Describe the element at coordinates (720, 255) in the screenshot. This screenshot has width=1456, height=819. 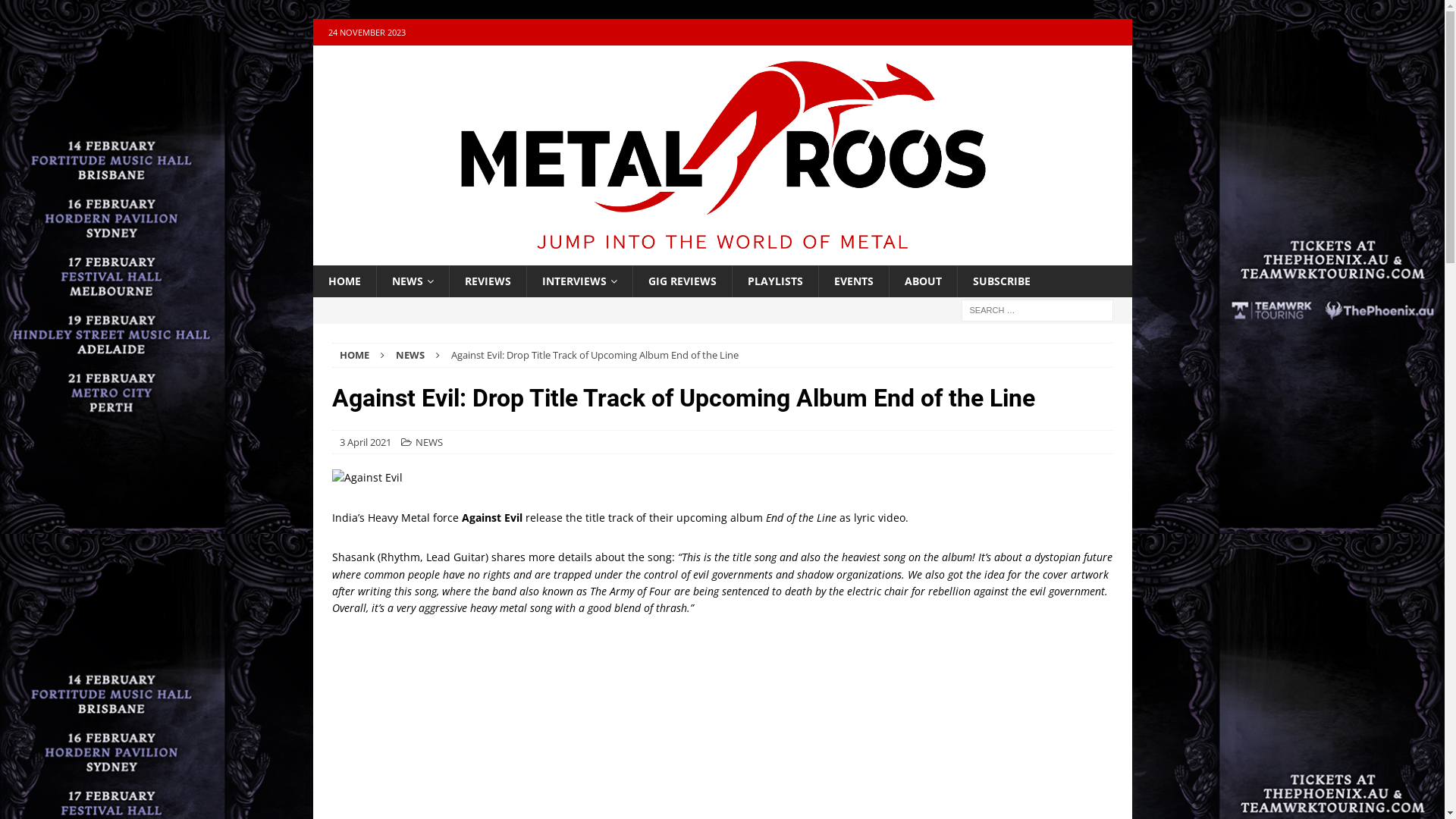
I see `'Metal-Roos'` at that location.